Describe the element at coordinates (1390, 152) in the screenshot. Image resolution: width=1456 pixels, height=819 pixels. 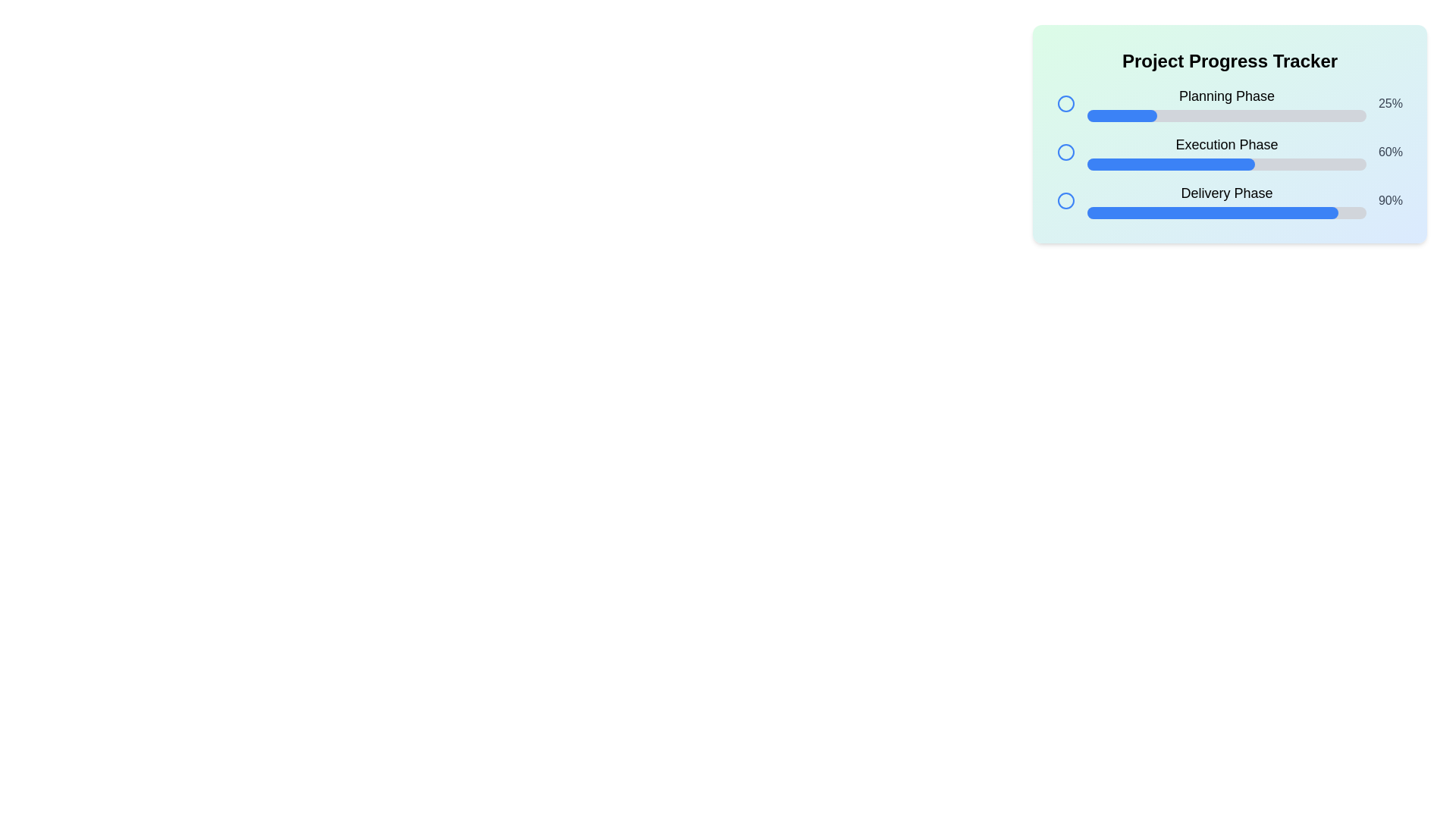
I see `completion percentage value displayed in the text label for the 'Execution Phase' in the project progress tracker` at that location.